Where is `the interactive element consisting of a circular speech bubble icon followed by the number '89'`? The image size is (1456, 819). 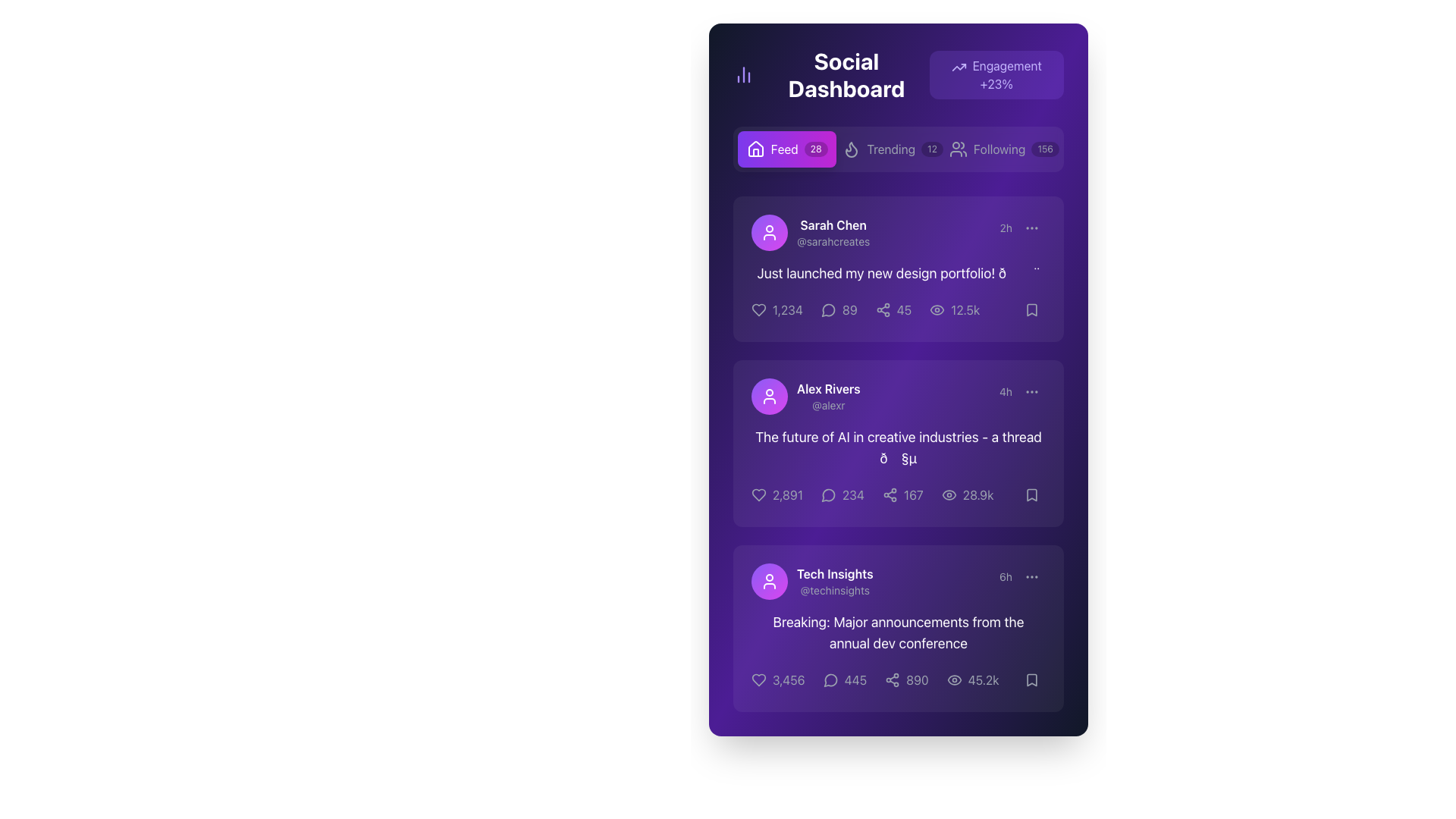
the interactive element consisting of a circular speech bubble icon followed by the number '89' is located at coordinates (838, 309).